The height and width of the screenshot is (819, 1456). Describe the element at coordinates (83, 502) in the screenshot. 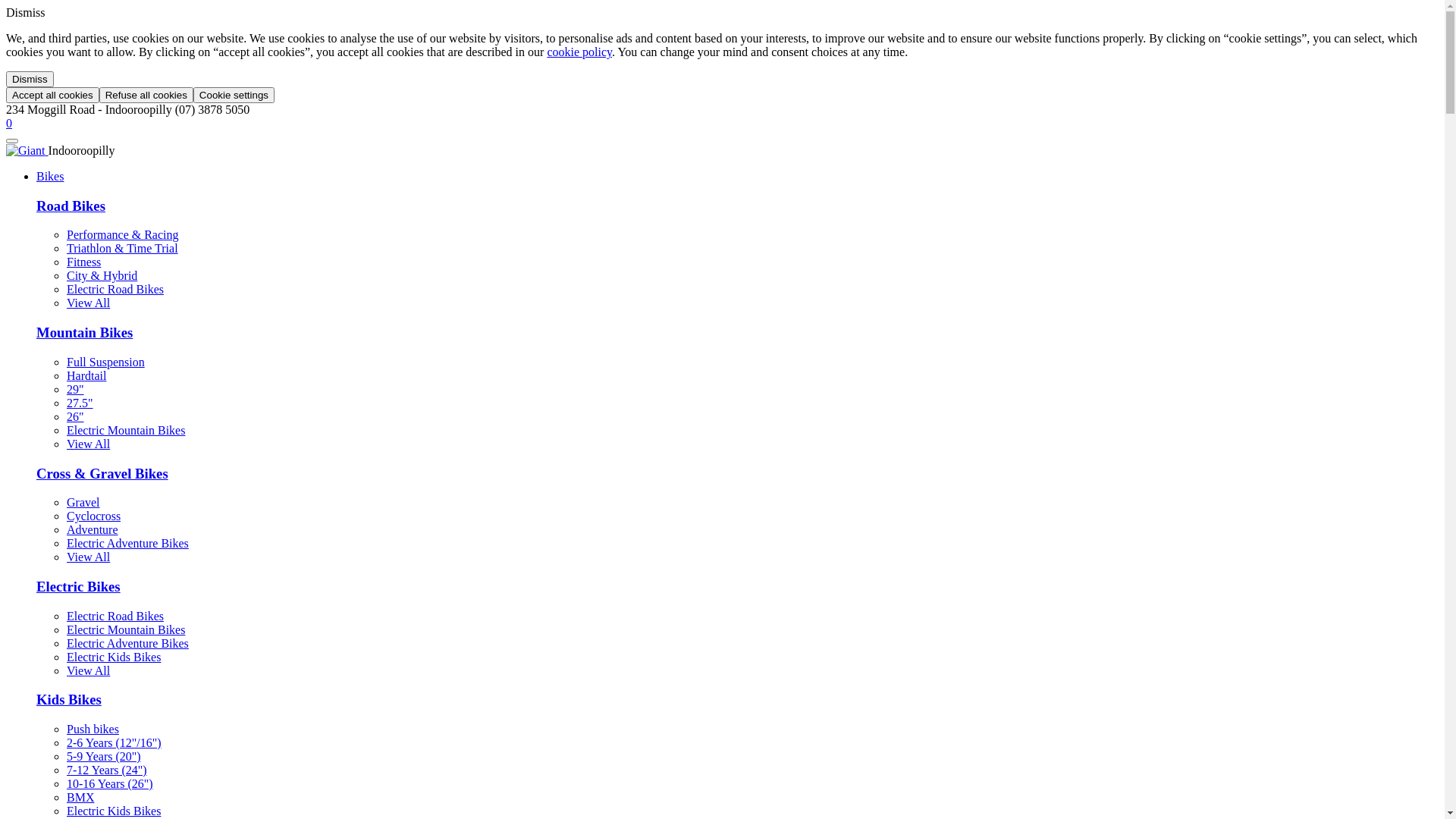

I see `'Gravel'` at that location.